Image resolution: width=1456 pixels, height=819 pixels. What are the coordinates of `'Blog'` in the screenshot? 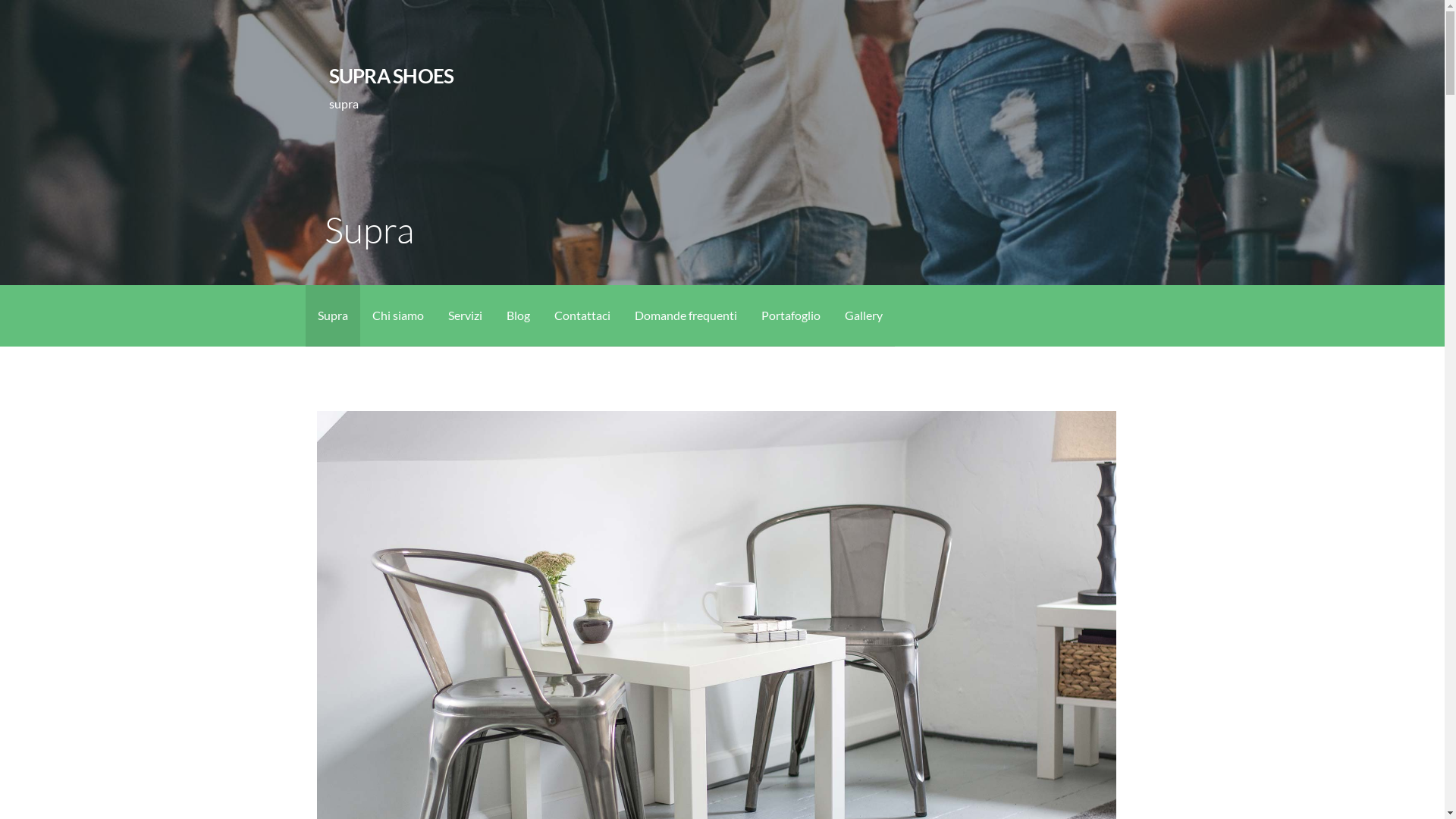 It's located at (518, 315).